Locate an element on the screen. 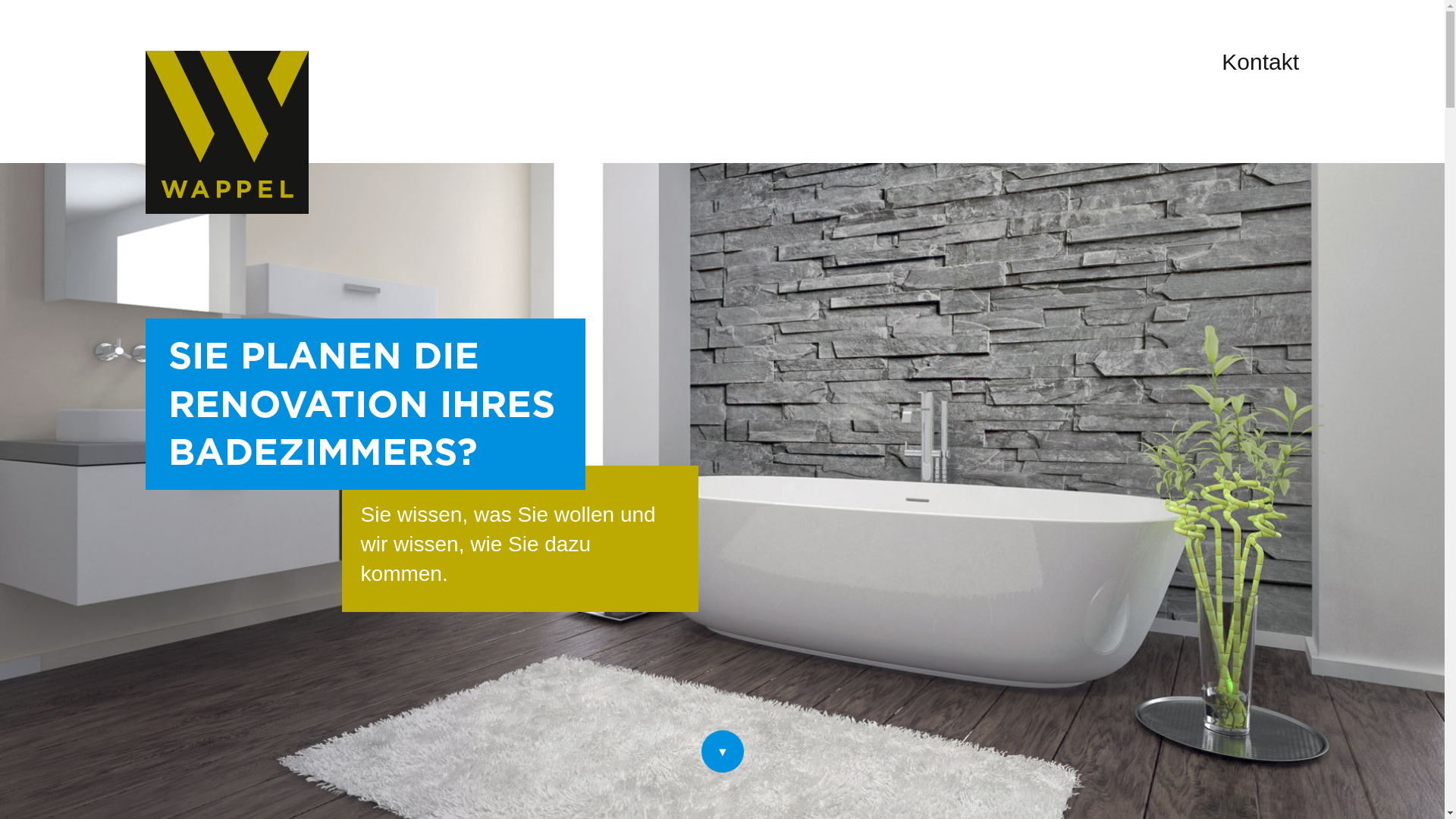  'Kontakt' is located at coordinates (1260, 61).